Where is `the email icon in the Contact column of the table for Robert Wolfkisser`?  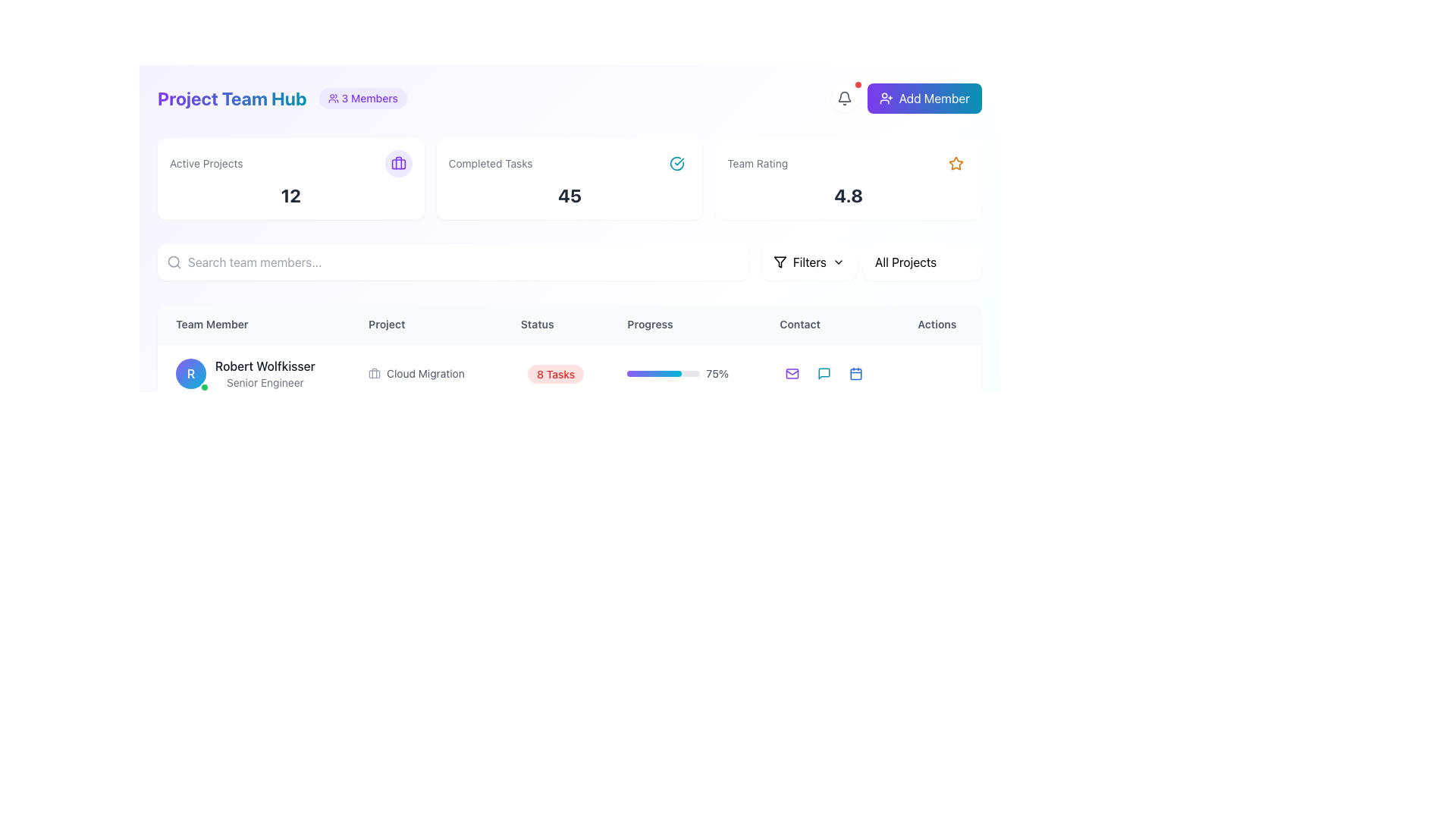 the email icon in the Contact column of the table for Robert Wolfkisser is located at coordinates (792, 374).